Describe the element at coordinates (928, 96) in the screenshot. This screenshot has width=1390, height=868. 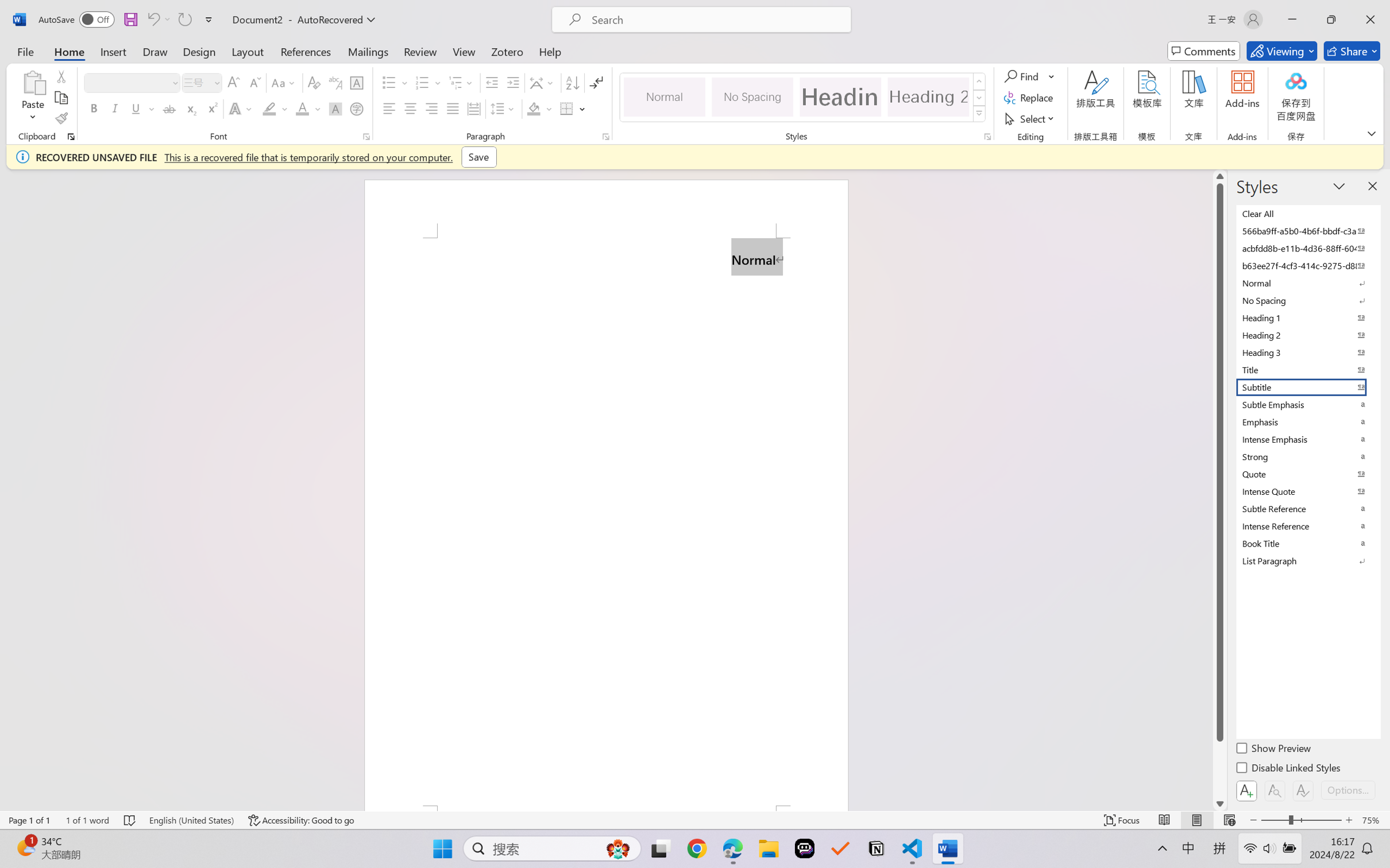
I see `'Heading 2'` at that location.